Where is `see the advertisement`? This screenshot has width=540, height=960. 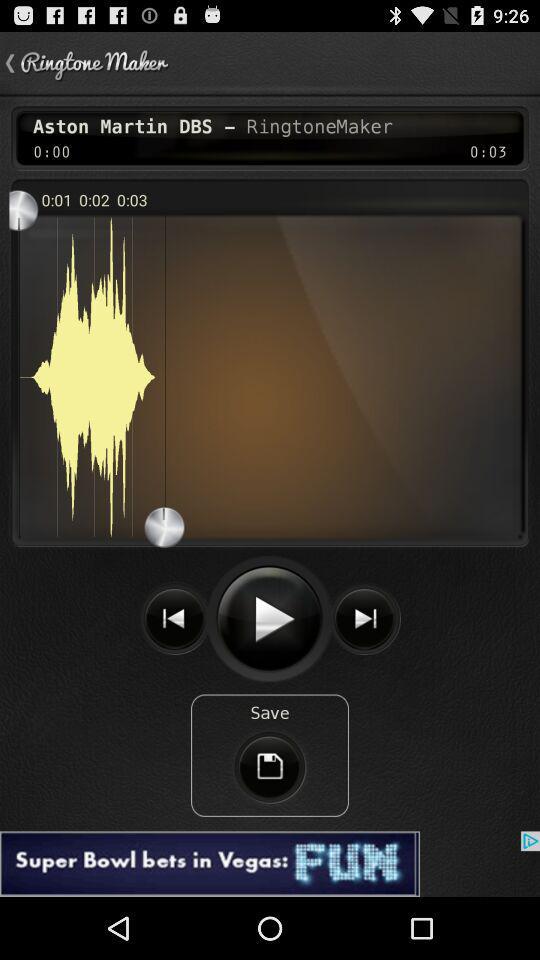
see the advertisement is located at coordinates (270, 863).